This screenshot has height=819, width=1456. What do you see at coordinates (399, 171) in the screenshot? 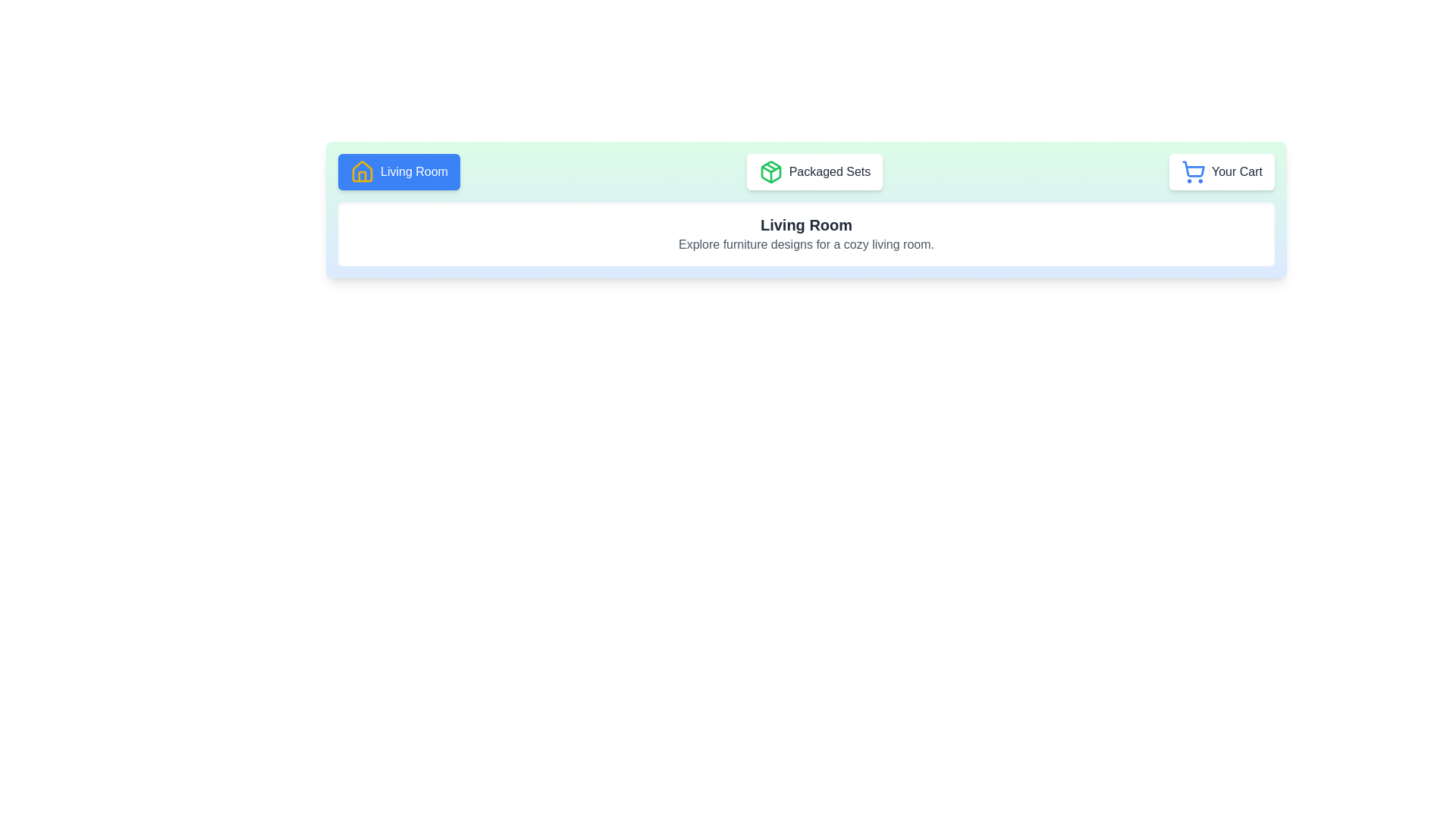
I see `the feature Living Room by clicking the corresponding button` at bounding box center [399, 171].